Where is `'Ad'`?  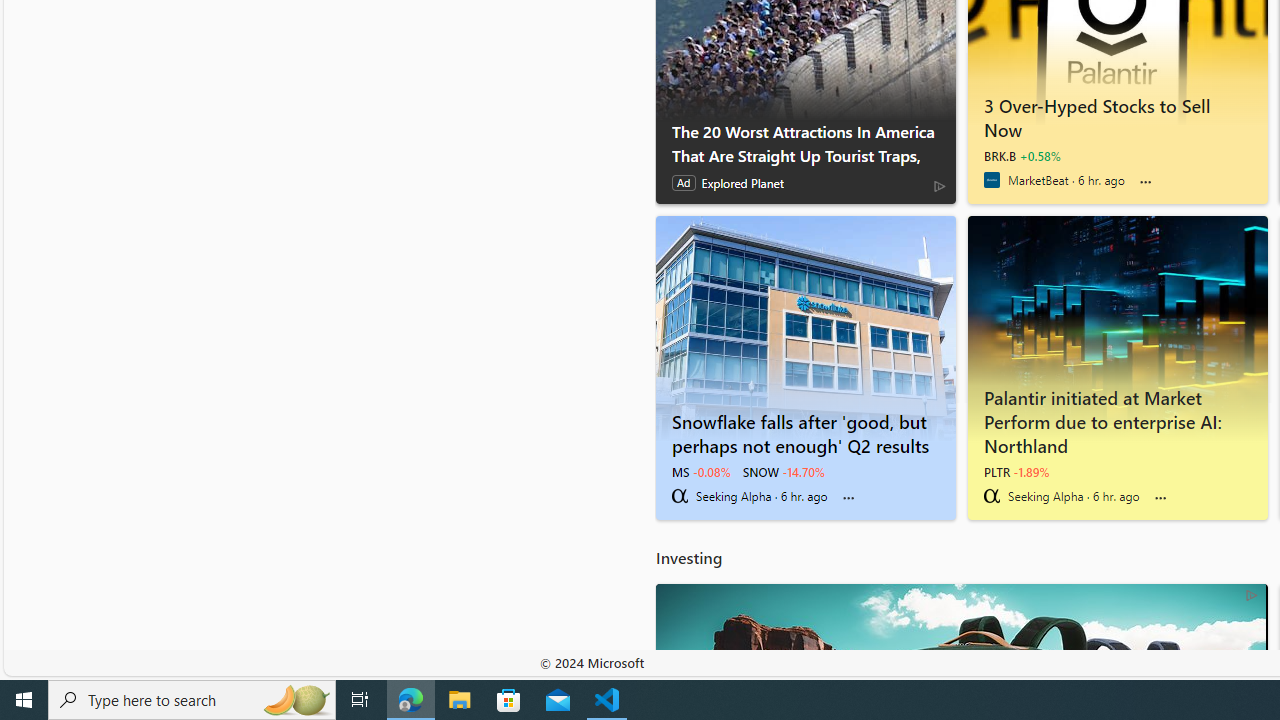
'Ad' is located at coordinates (683, 183).